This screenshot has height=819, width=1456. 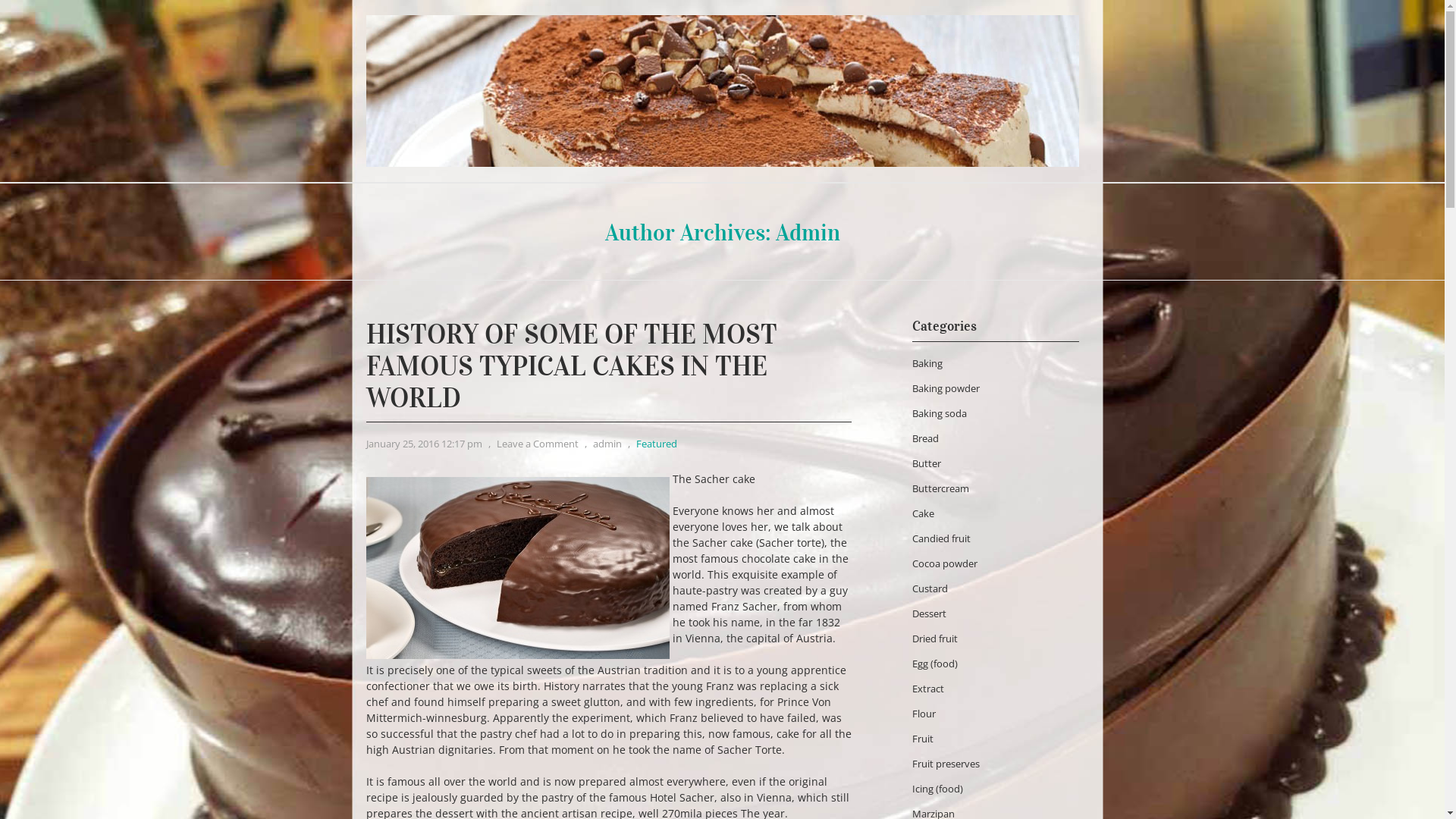 What do you see at coordinates (944, 388) in the screenshot?
I see `'Baking powder'` at bounding box center [944, 388].